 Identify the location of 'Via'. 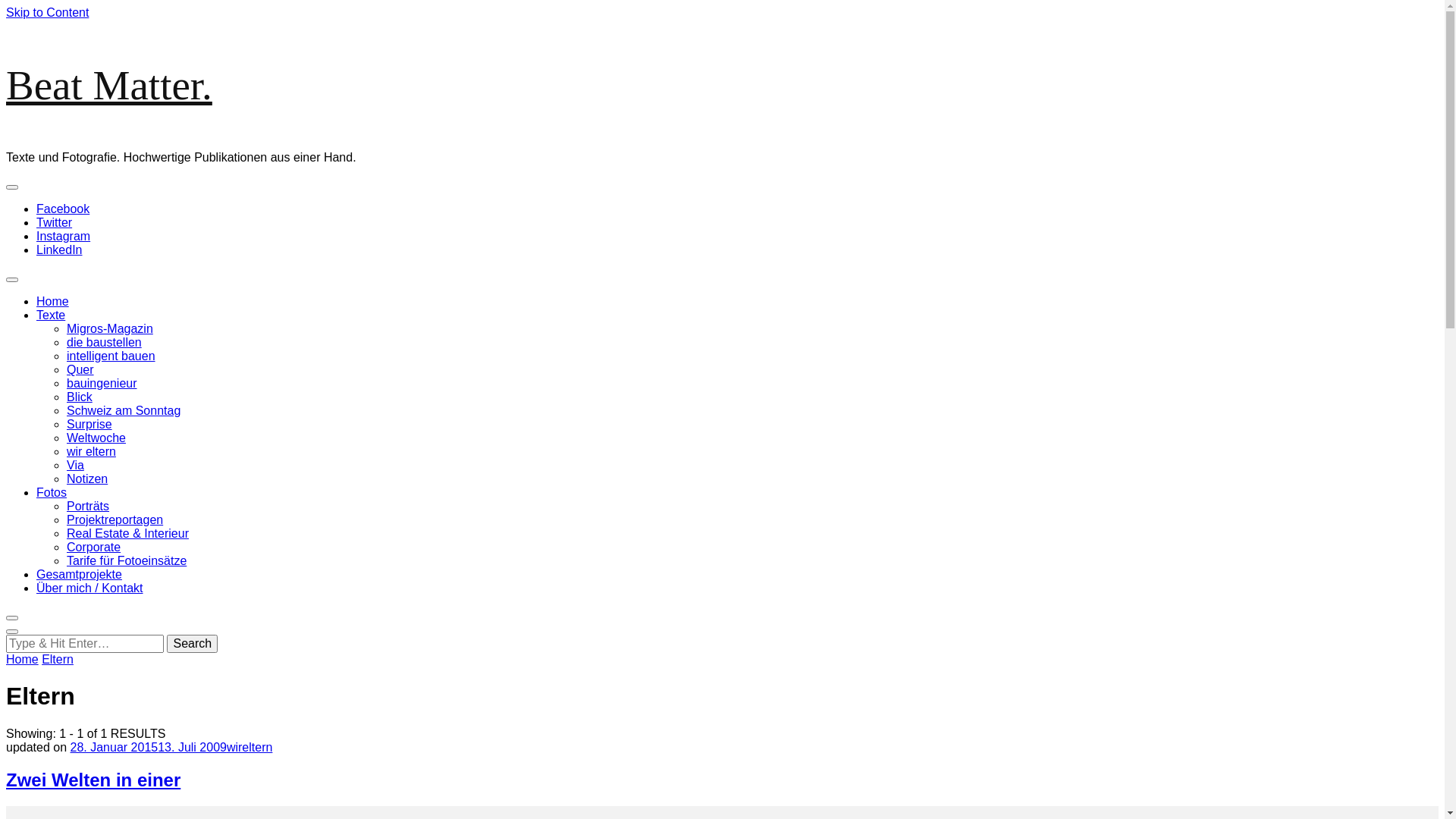
(74, 464).